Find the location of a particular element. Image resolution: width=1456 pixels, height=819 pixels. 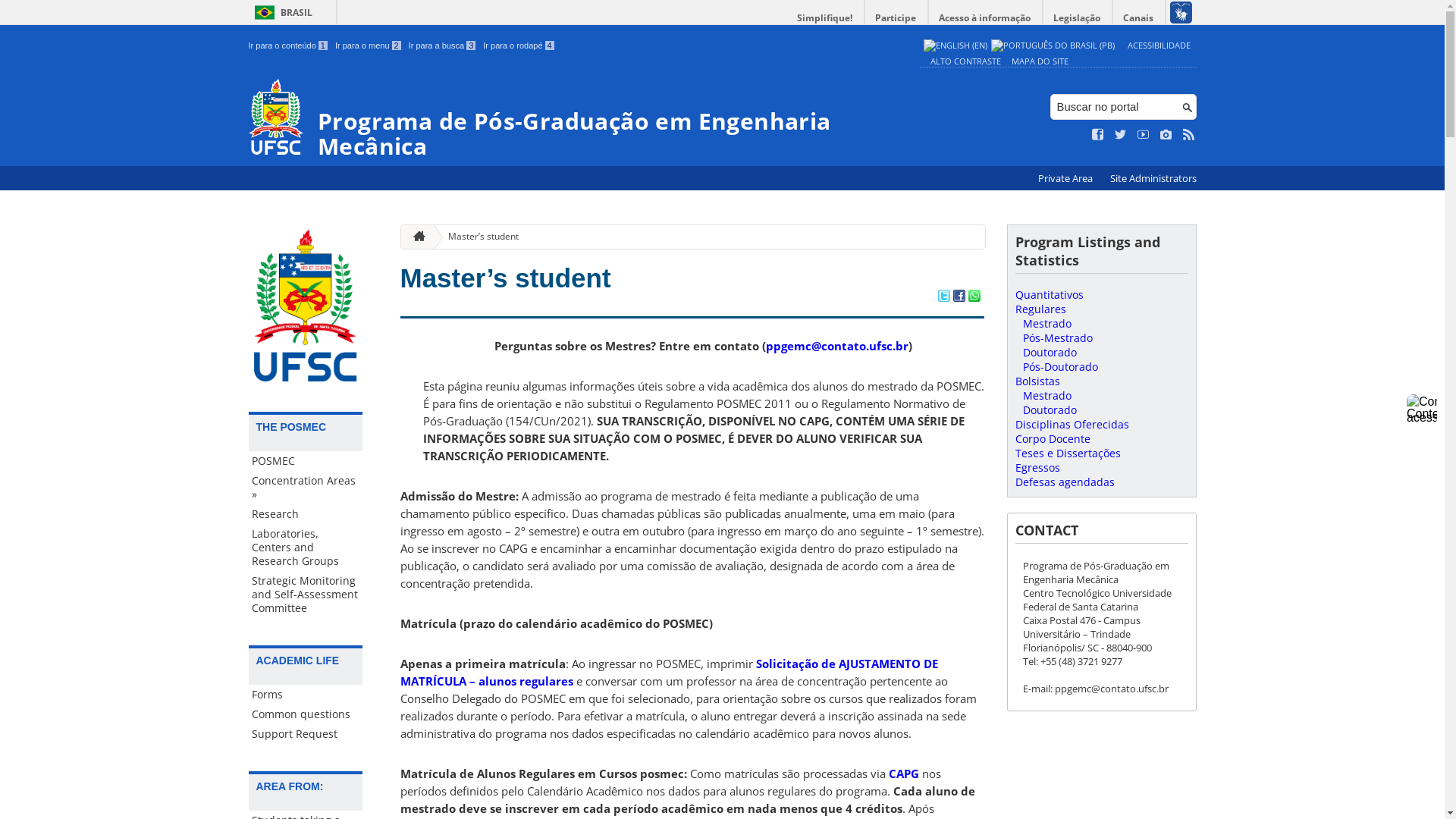

'MAPA DO SITE' is located at coordinates (1039, 60).